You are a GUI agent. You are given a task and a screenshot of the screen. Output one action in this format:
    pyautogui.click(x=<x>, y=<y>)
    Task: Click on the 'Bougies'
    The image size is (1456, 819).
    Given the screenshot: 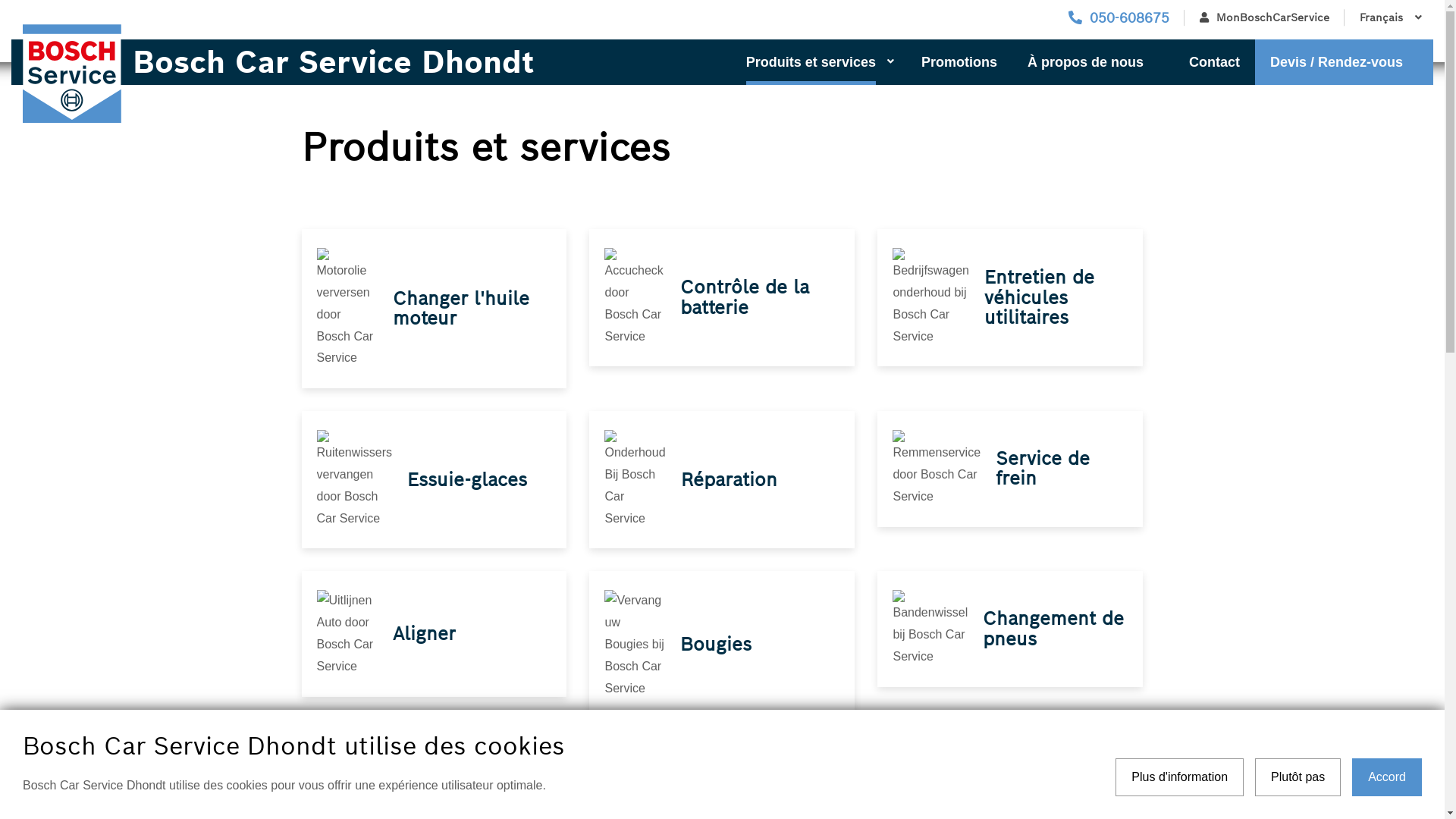 What is the action you would take?
    pyautogui.click(x=679, y=644)
    